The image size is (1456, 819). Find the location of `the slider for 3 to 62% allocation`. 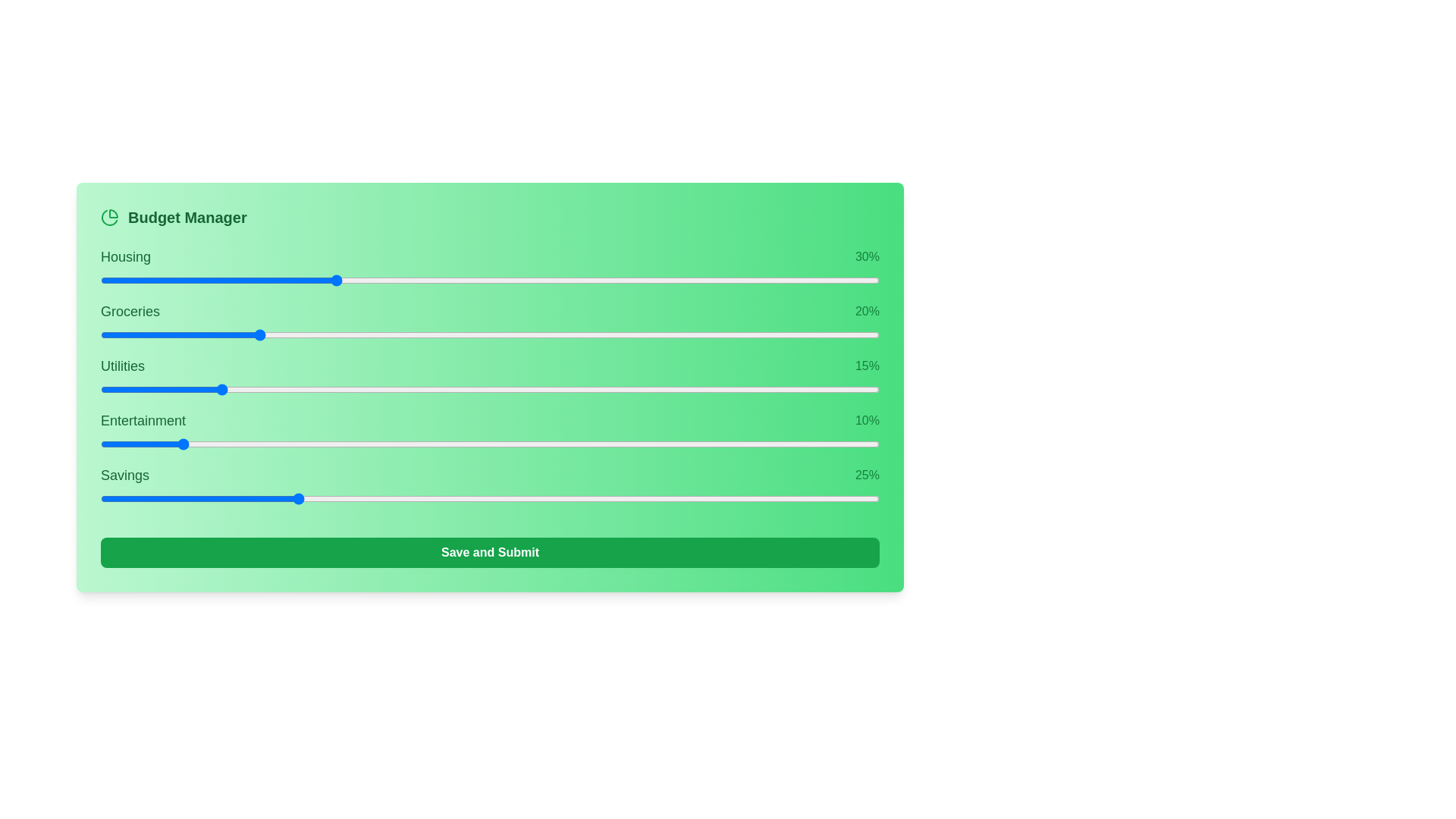

the slider for 3 to 62% allocation is located at coordinates (731, 444).